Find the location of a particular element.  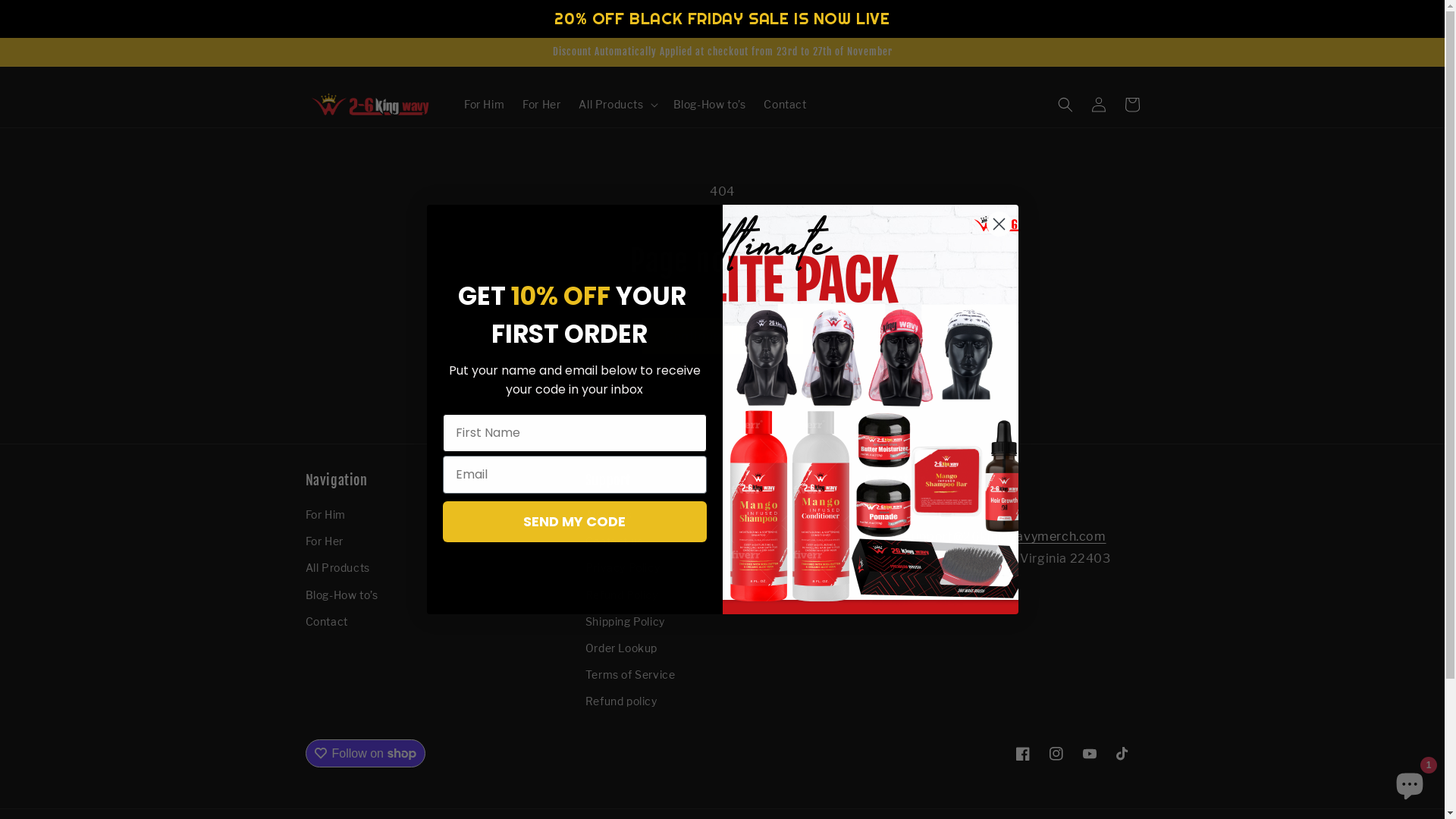

'Terms of Service' is located at coordinates (630, 673).